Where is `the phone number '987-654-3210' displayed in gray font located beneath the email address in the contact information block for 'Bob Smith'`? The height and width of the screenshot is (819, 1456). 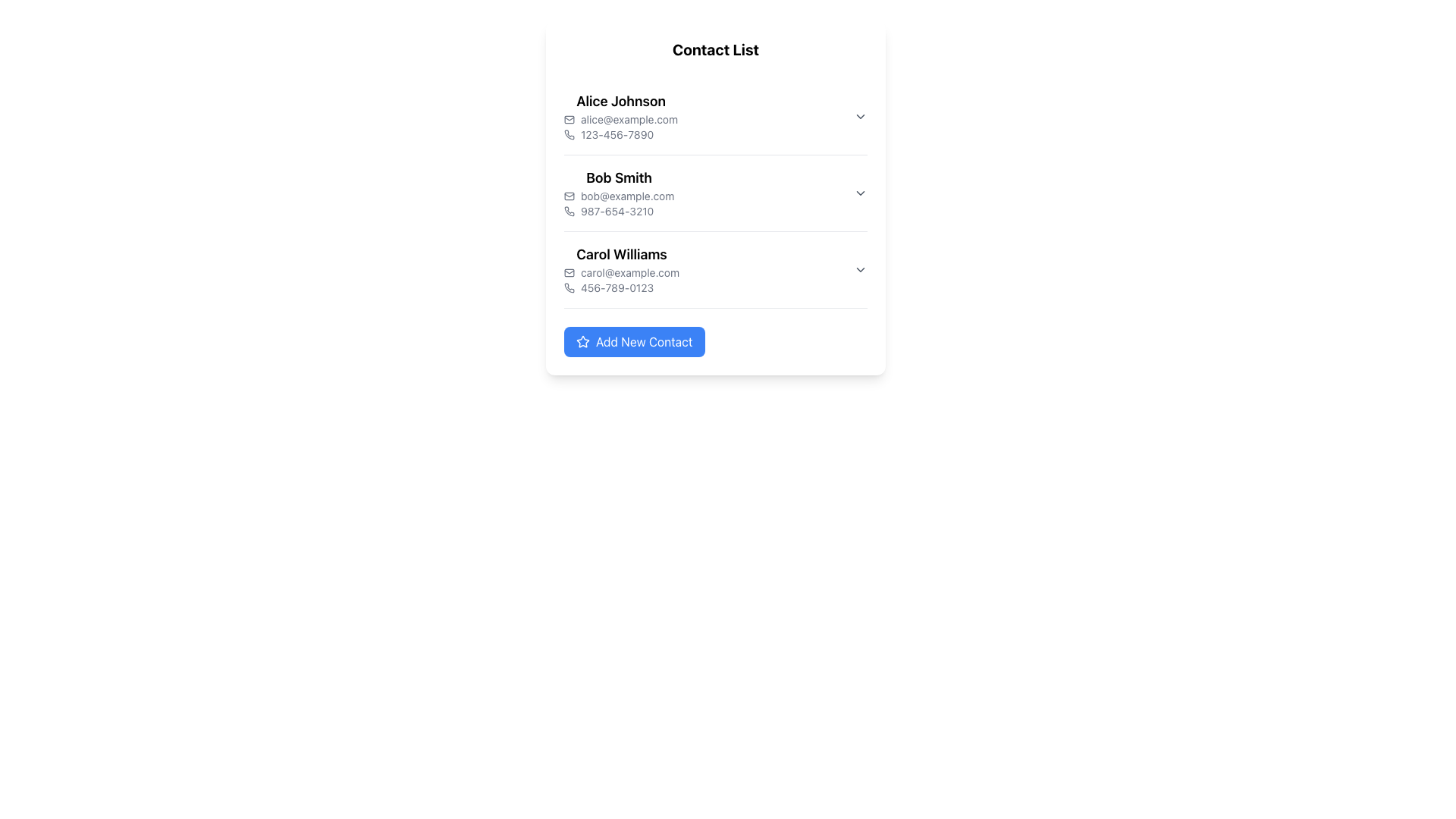
the phone number '987-654-3210' displayed in gray font located beneath the email address in the contact information block for 'Bob Smith' is located at coordinates (619, 211).